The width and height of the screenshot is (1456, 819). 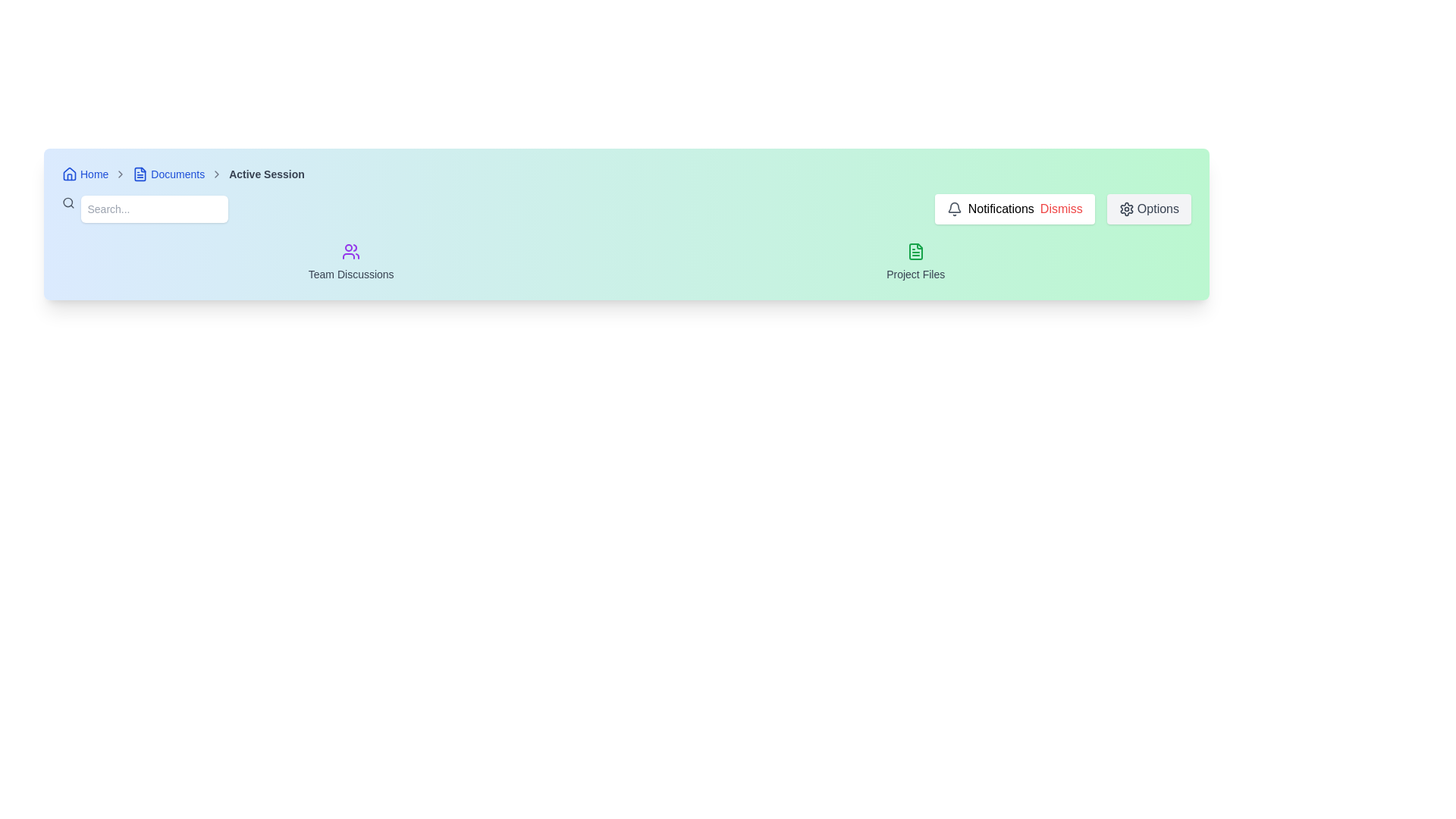 What do you see at coordinates (915, 262) in the screenshot?
I see `the button with a document icon and green outline labeled 'Project Files'` at bounding box center [915, 262].